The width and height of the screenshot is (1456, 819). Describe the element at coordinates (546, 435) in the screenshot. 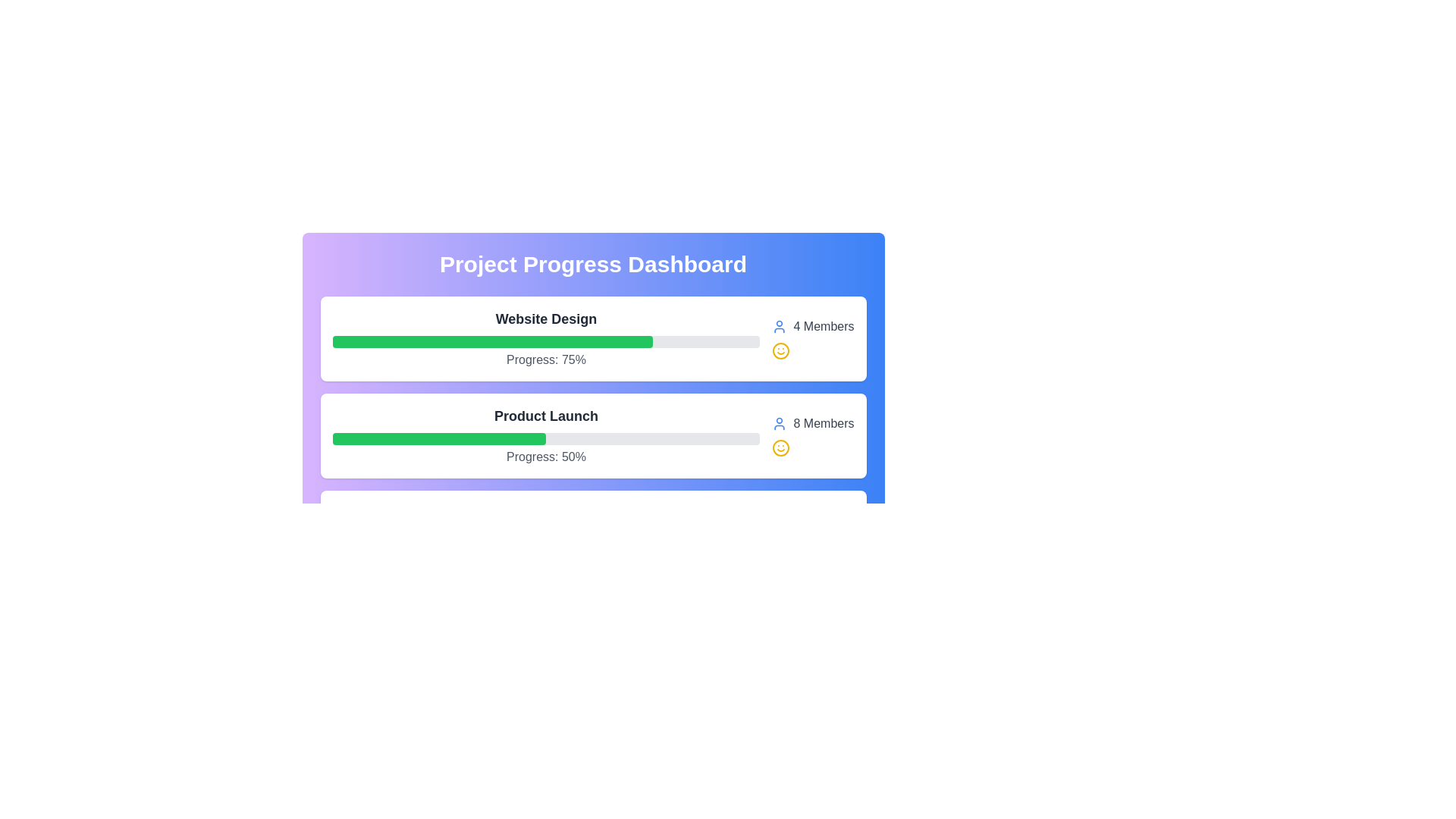

I see `the Progress Bar representing the completion status of the 'Product Launch' task, located in the second card of a vertical stack of progress tracking cards` at that location.